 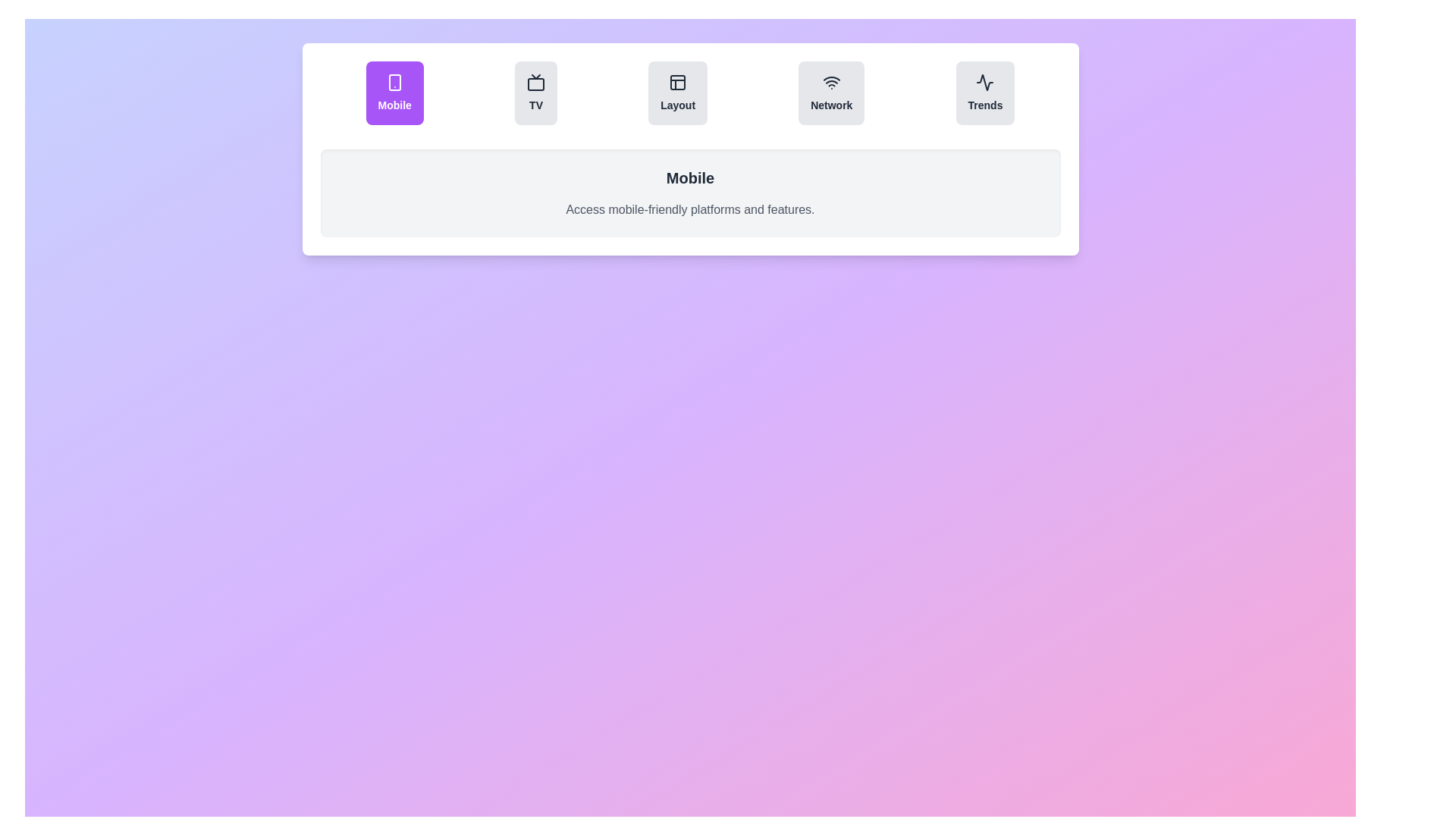 I want to click on the 'Trends' button, which is the fifth button in a horizontal row of options including 'Mobile', 'TV', 'Layout', and 'Network', so click(x=985, y=93).